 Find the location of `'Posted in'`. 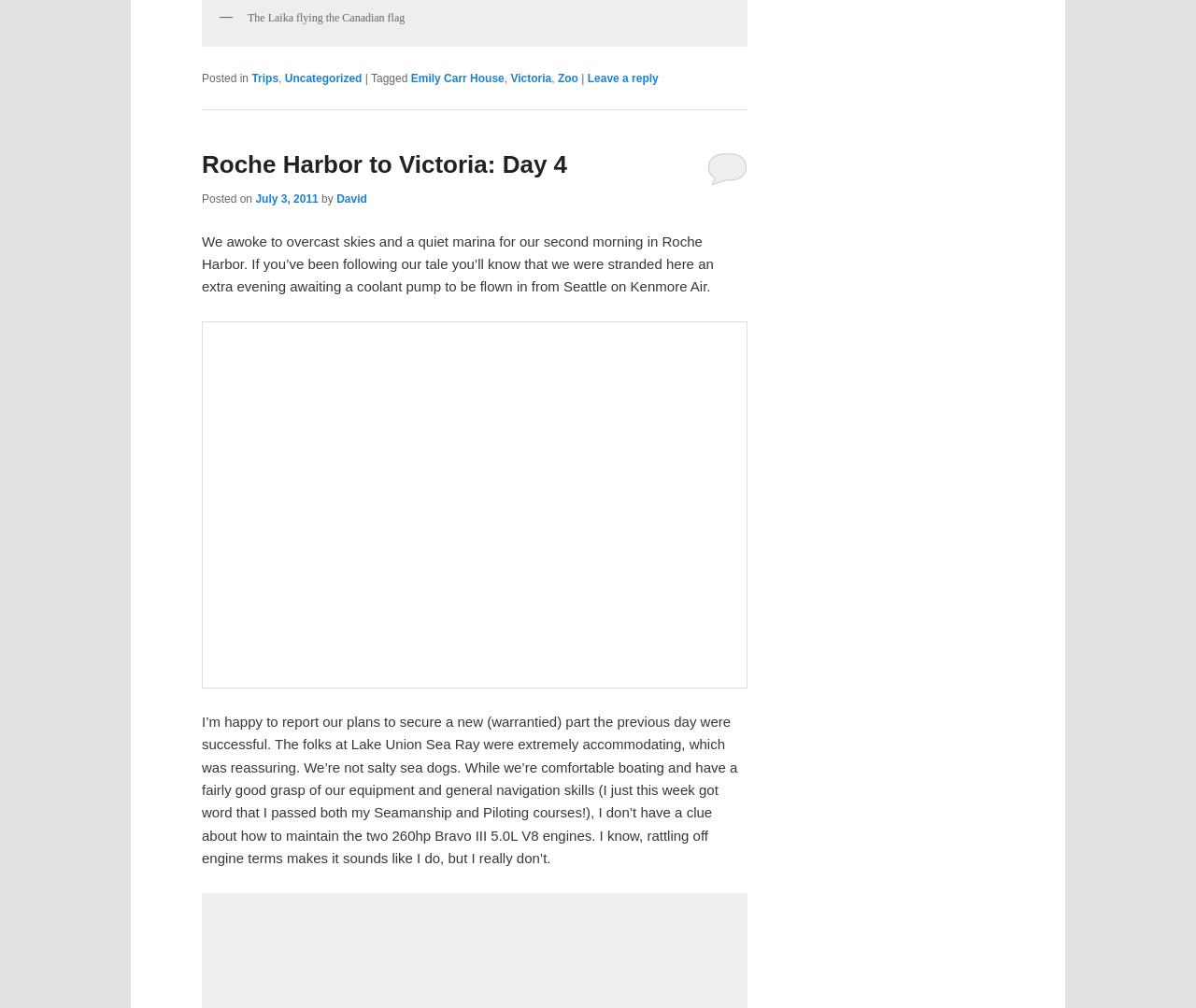

'Posted in' is located at coordinates (224, 76).